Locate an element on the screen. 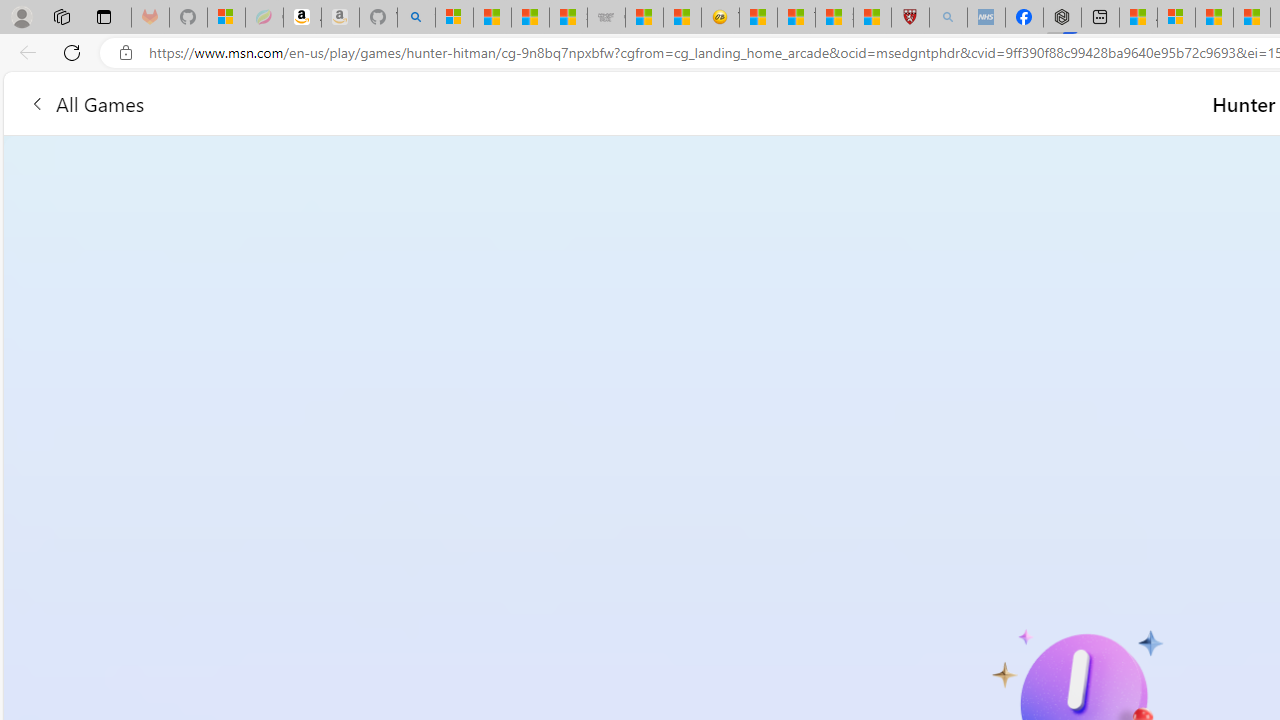 The image size is (1280, 720). 'Recipes - MSN' is located at coordinates (757, 17).